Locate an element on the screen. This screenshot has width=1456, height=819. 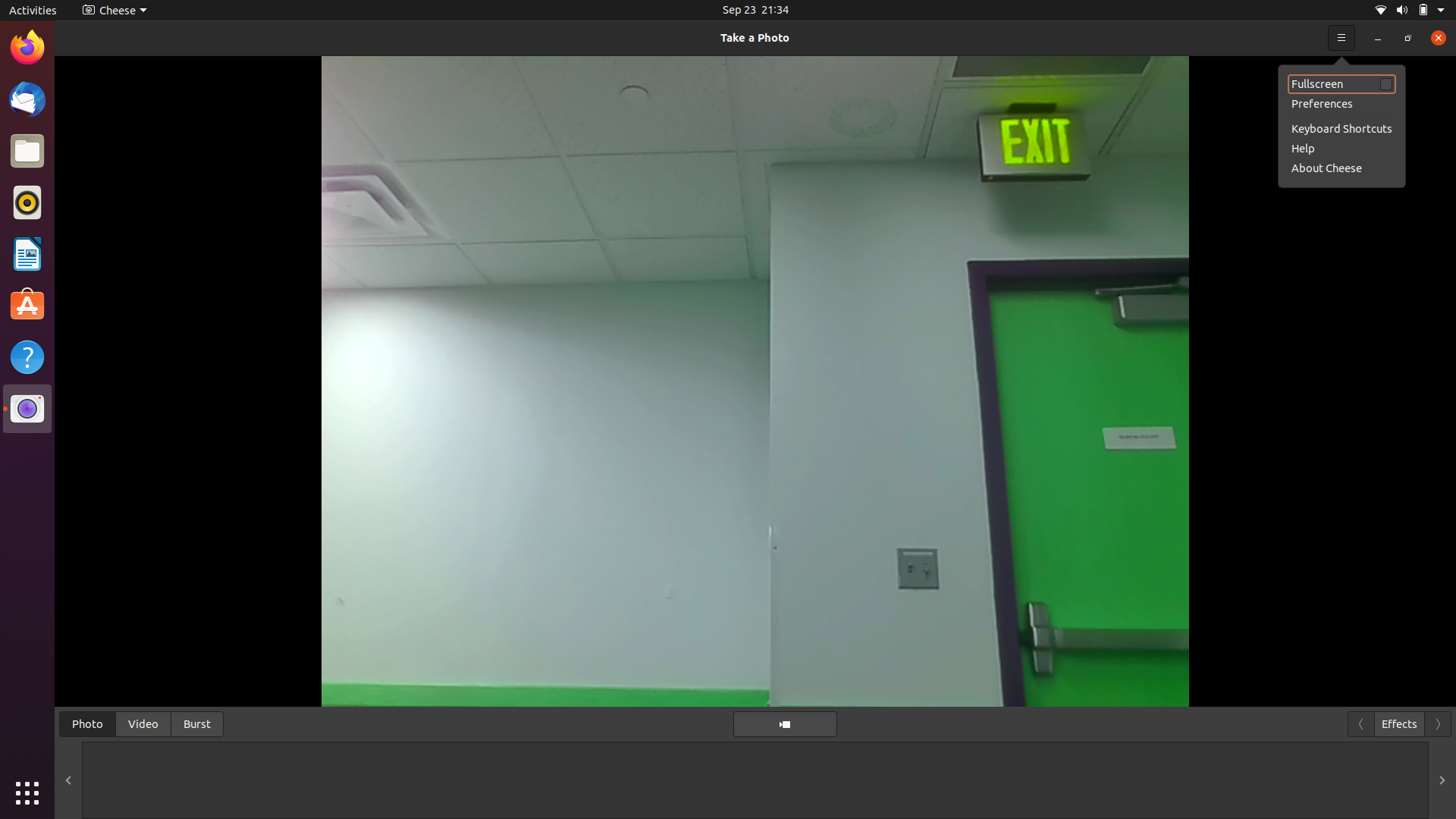
the help interface is located at coordinates (1339, 148).